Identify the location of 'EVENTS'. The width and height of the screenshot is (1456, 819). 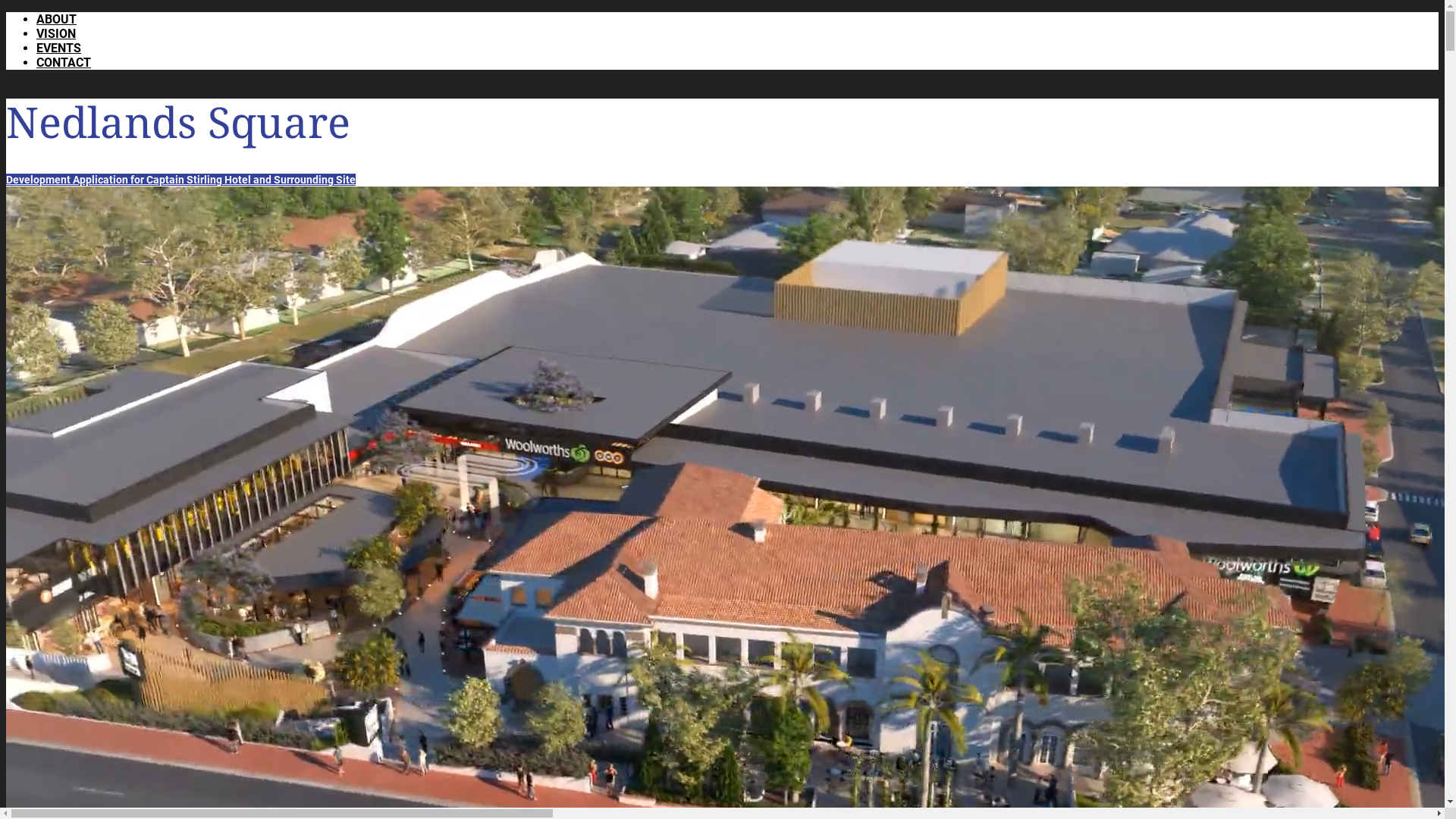
(58, 47).